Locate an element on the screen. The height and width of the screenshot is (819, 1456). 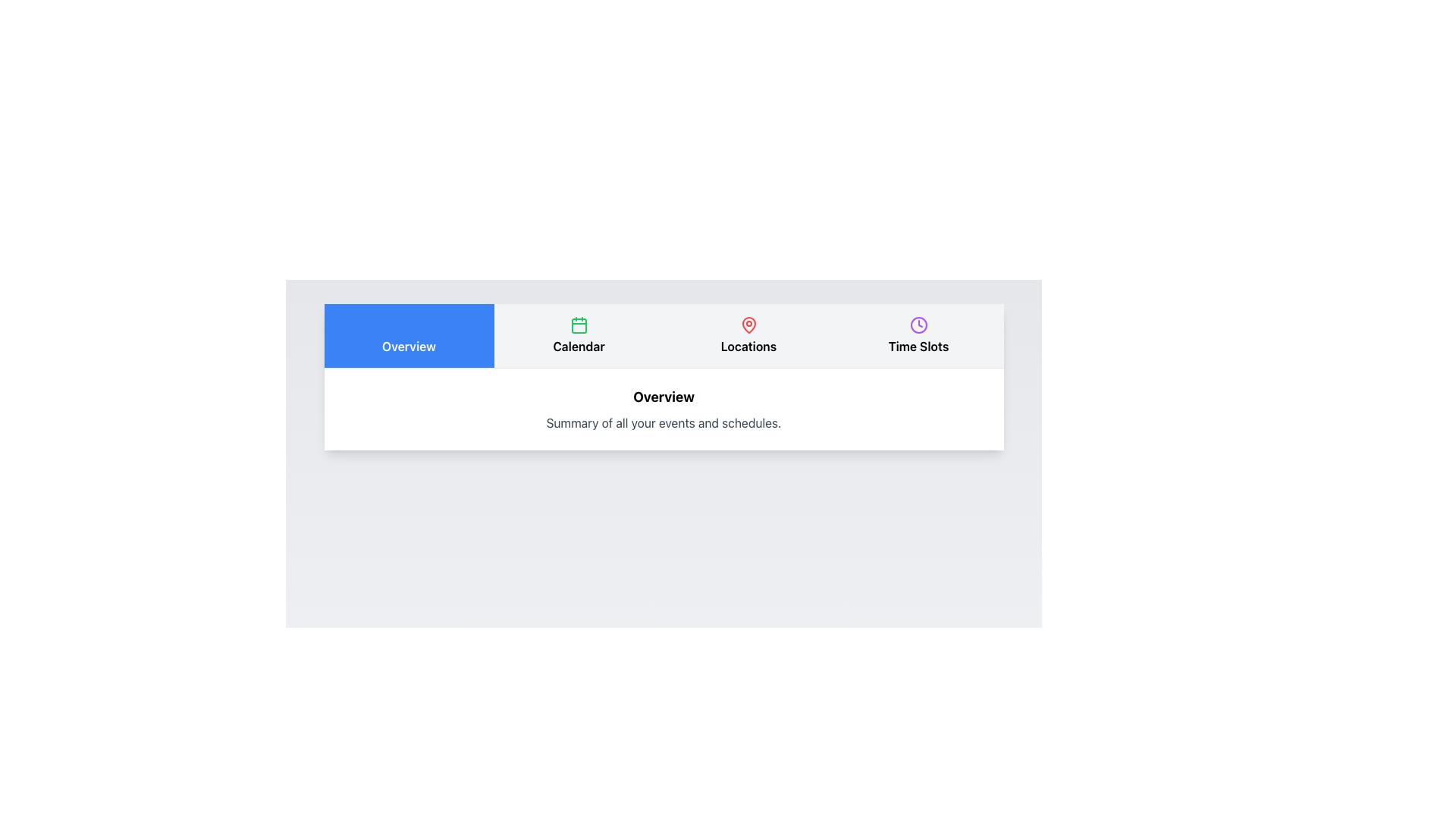
the 'Time Slots' tab in the navigation bar is located at coordinates (918, 335).